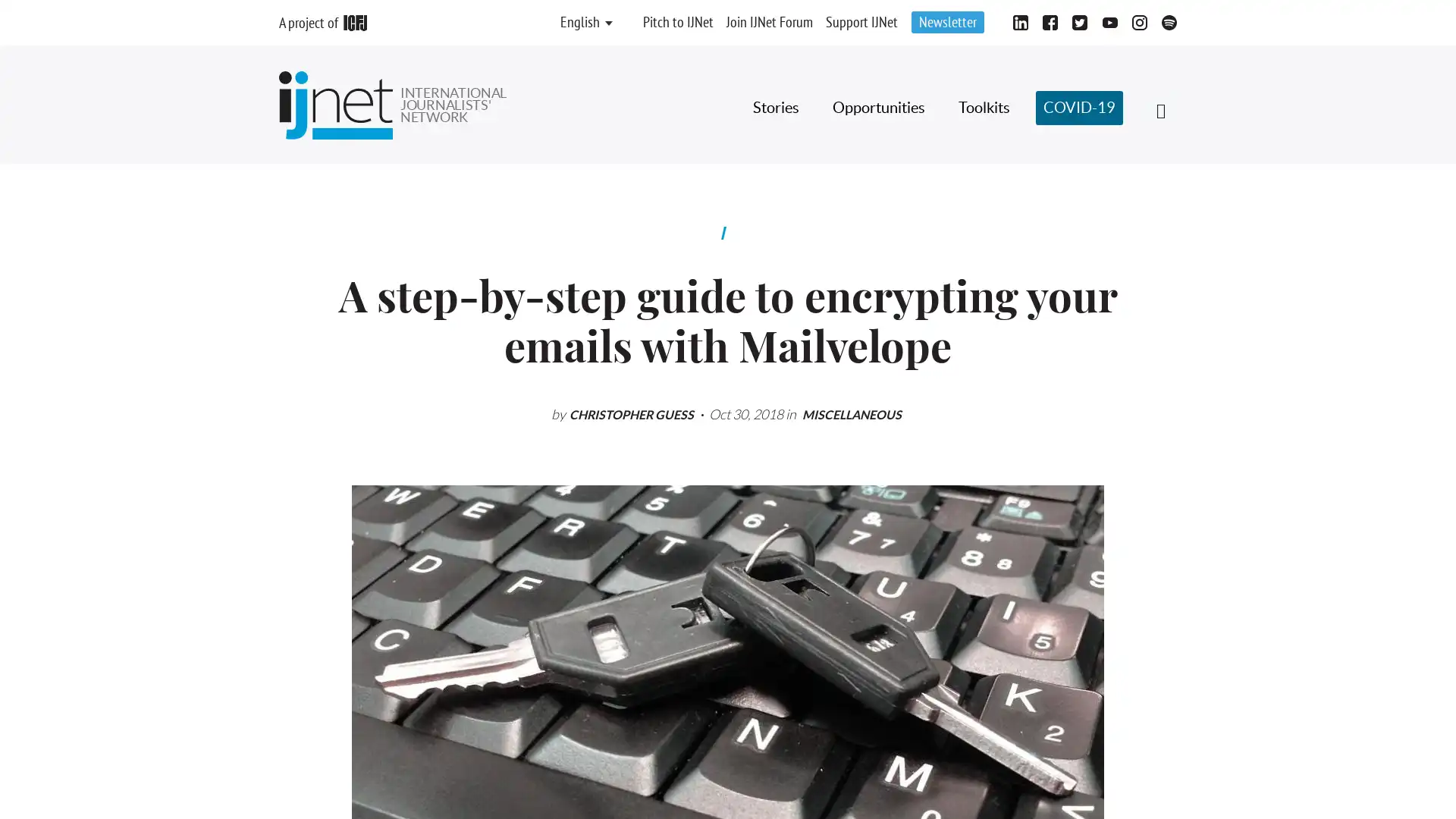 The height and width of the screenshot is (819, 1456). What do you see at coordinates (579, 23) in the screenshot?
I see `English` at bounding box center [579, 23].